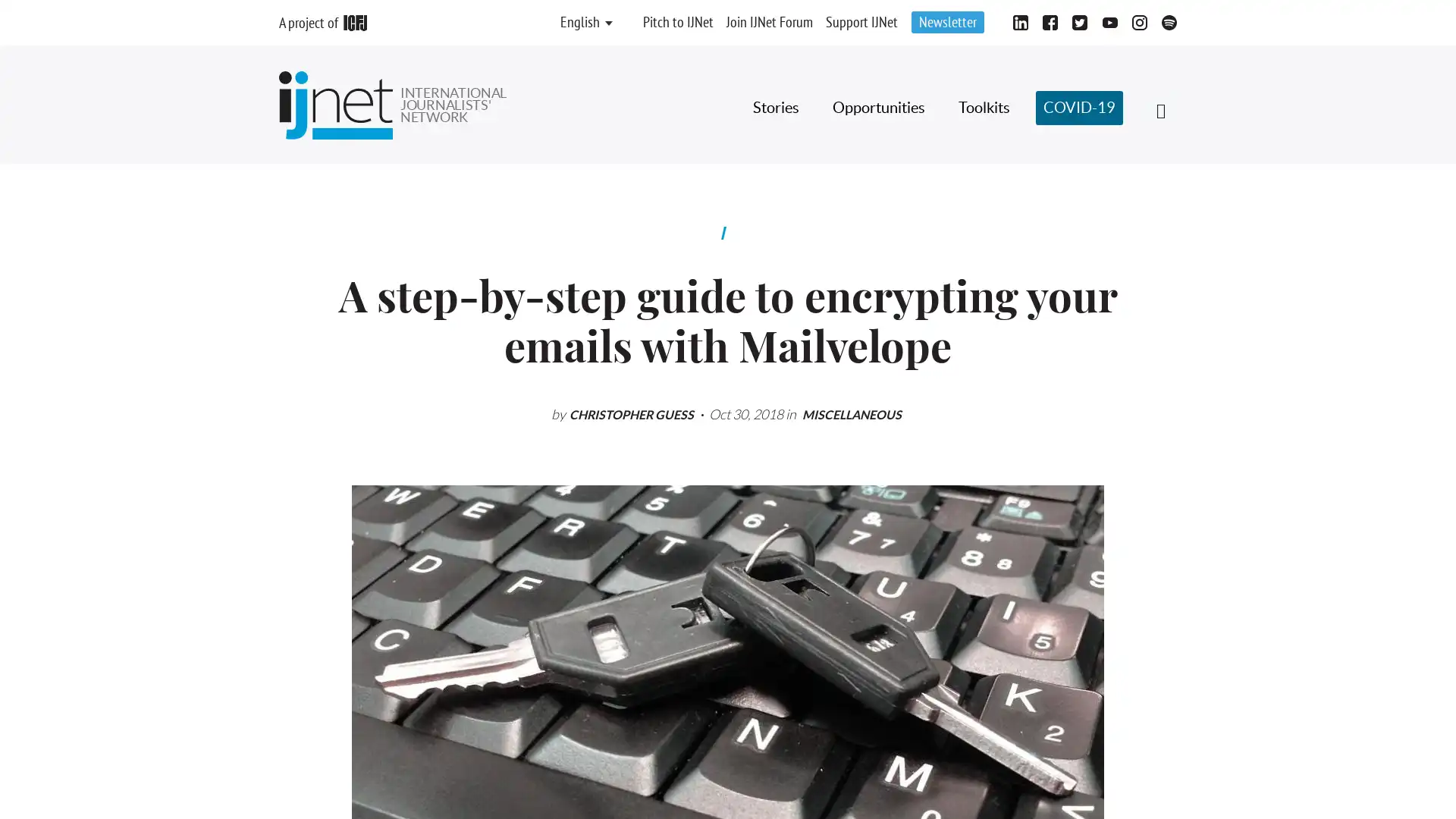 The height and width of the screenshot is (819, 1456). What do you see at coordinates (579, 23) in the screenshot?
I see `English` at bounding box center [579, 23].